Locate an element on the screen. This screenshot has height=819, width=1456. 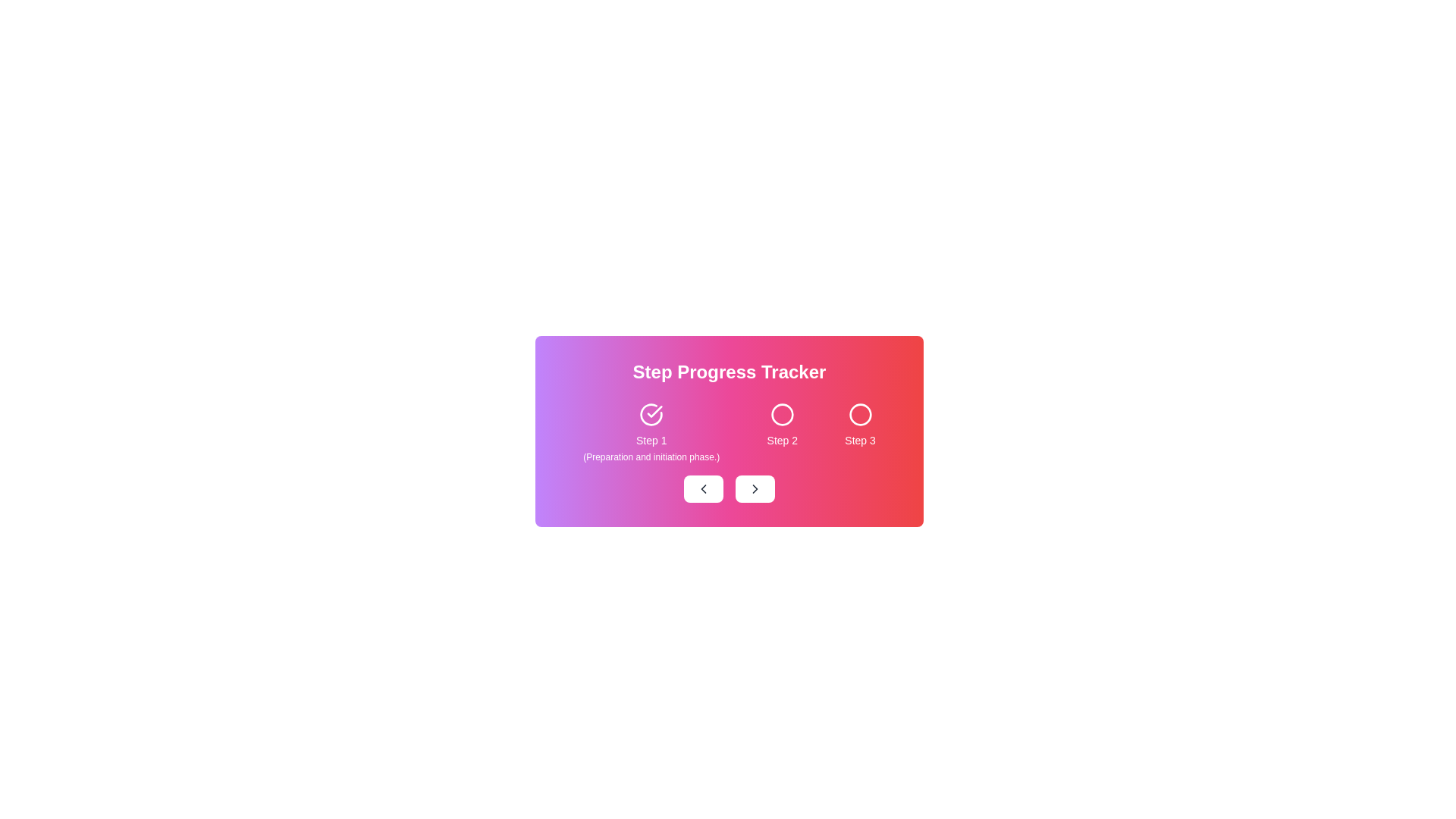
the first navigation button with a white background and gray text located at the bottom of the 'Step Progress Tracker' card is located at coordinates (702, 488).